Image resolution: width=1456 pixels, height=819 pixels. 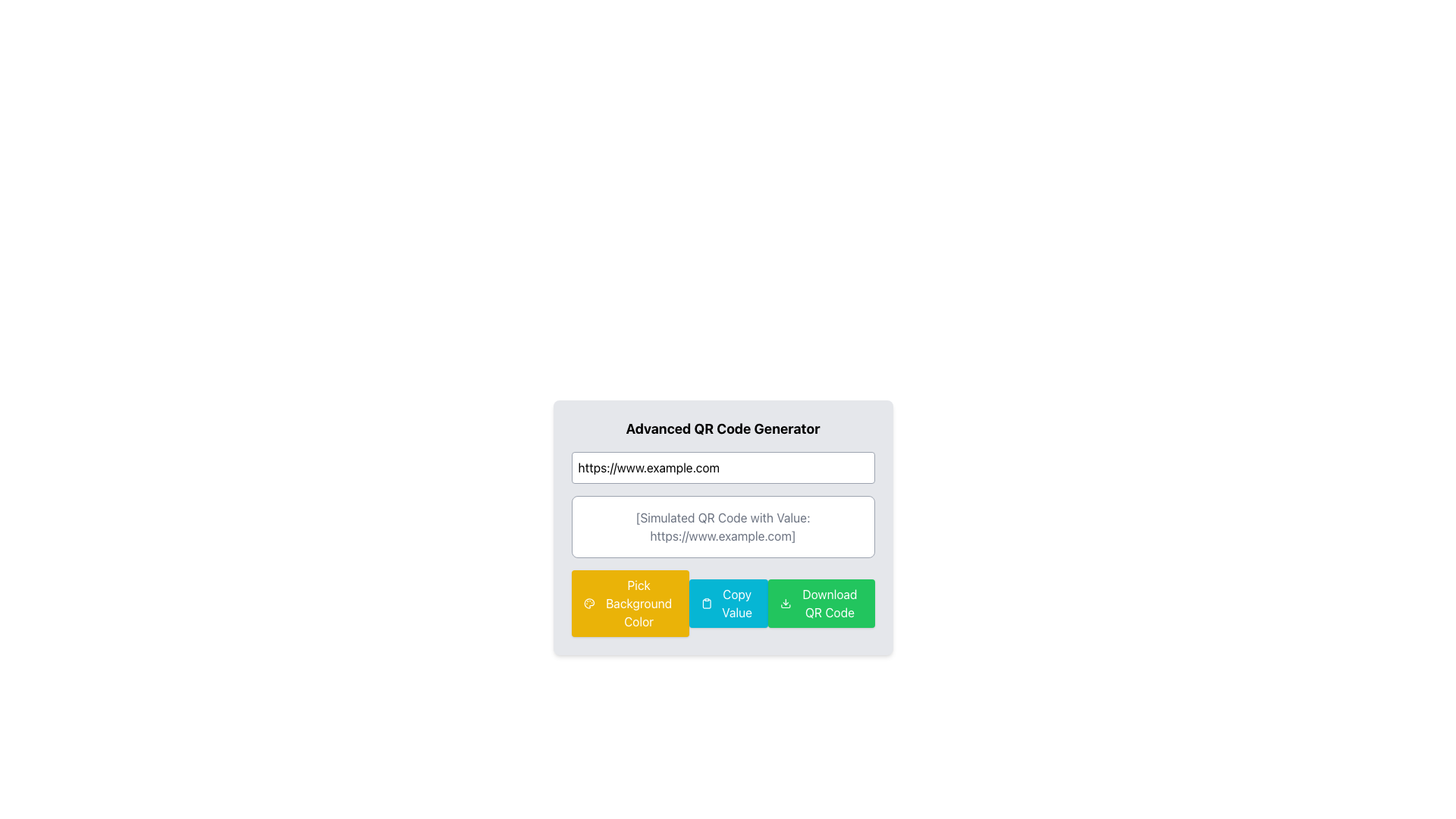 What do you see at coordinates (630, 602) in the screenshot?
I see `the first button from the left, which allows users` at bounding box center [630, 602].